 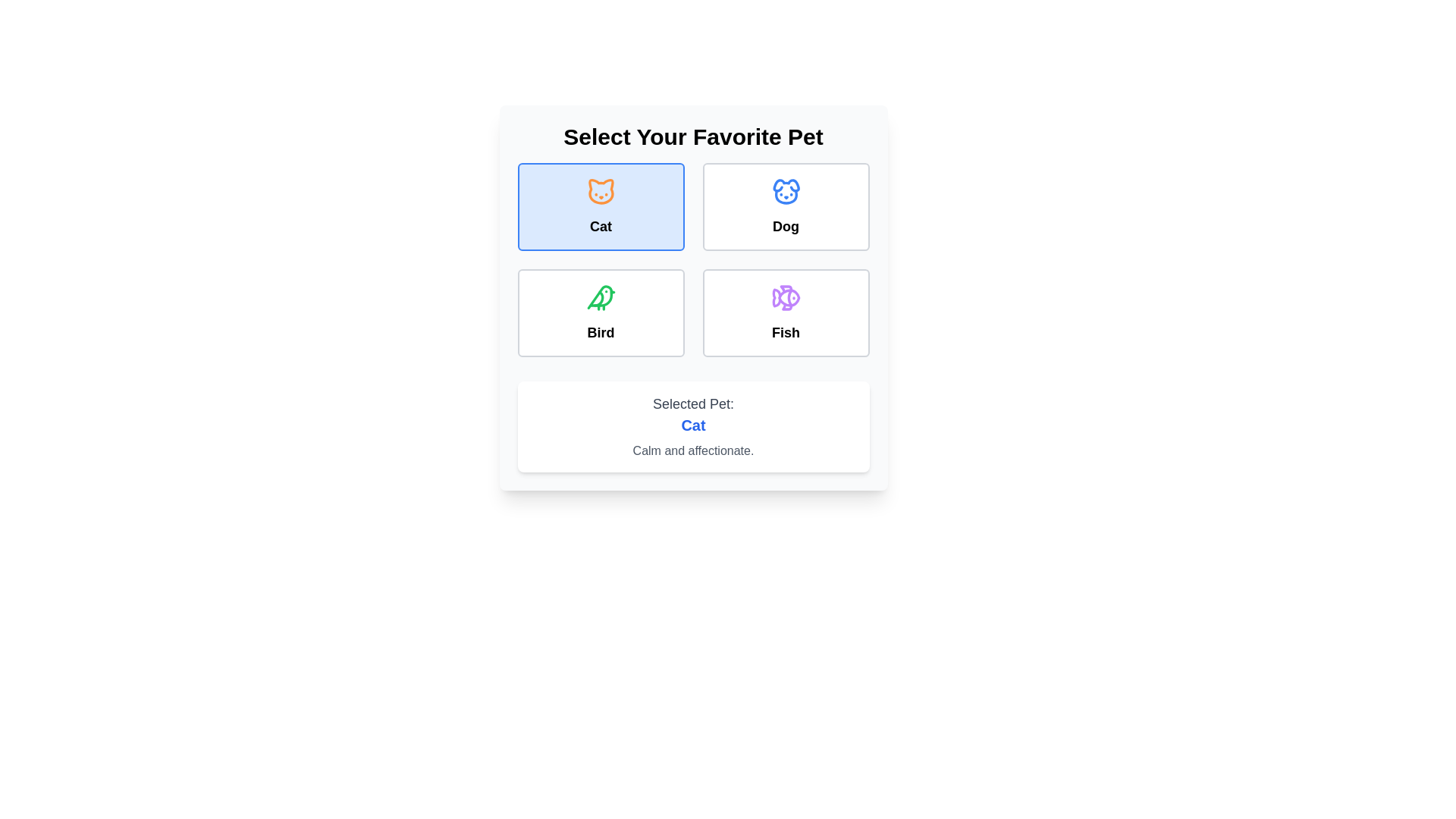 What do you see at coordinates (600, 227) in the screenshot?
I see `the text label for the cat selection option, which is located directly under the orange cat icon in the top-left box of the pet selection grid` at bounding box center [600, 227].